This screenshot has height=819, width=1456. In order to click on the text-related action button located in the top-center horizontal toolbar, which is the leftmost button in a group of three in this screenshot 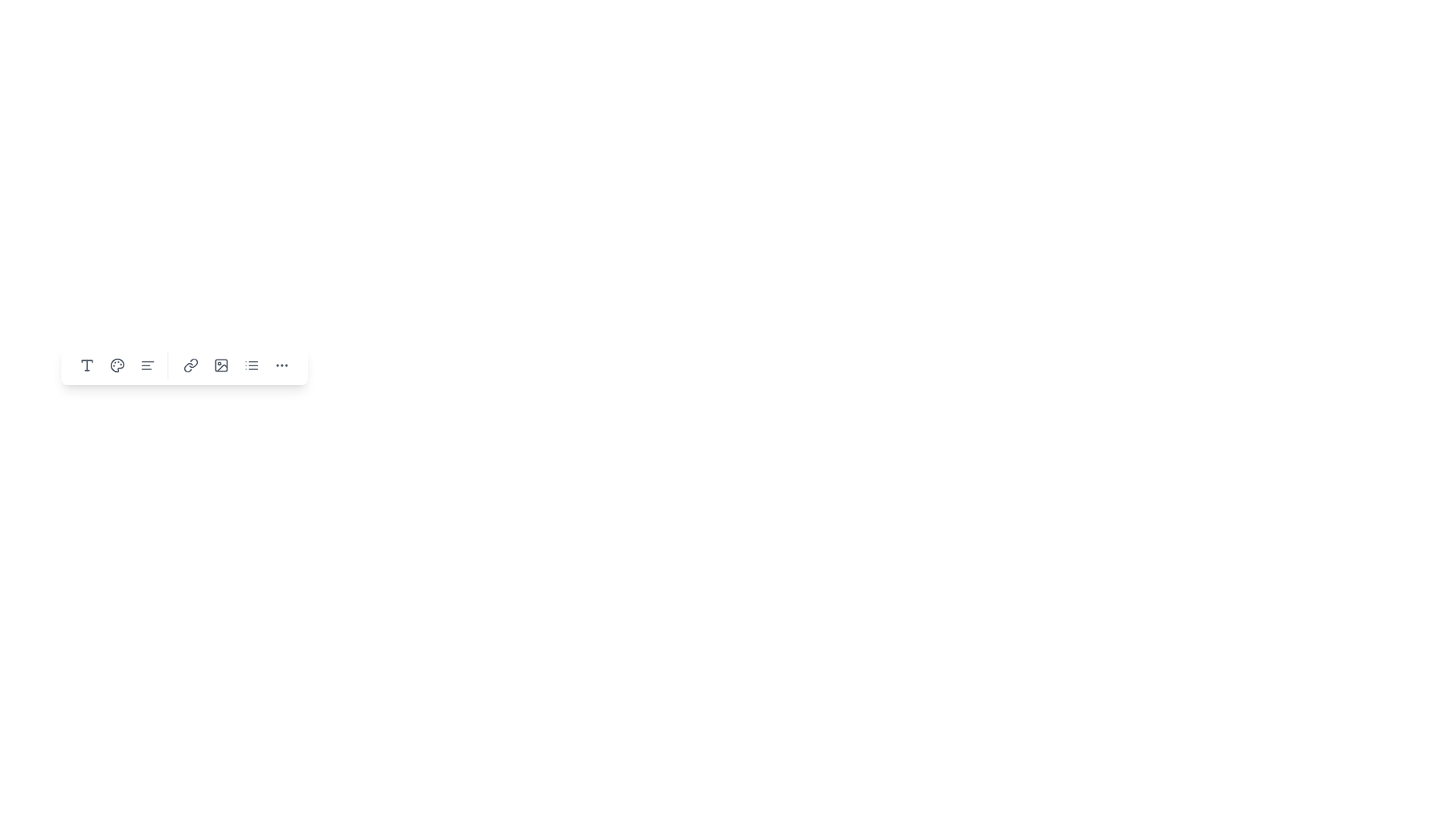, I will do `click(86, 366)`.